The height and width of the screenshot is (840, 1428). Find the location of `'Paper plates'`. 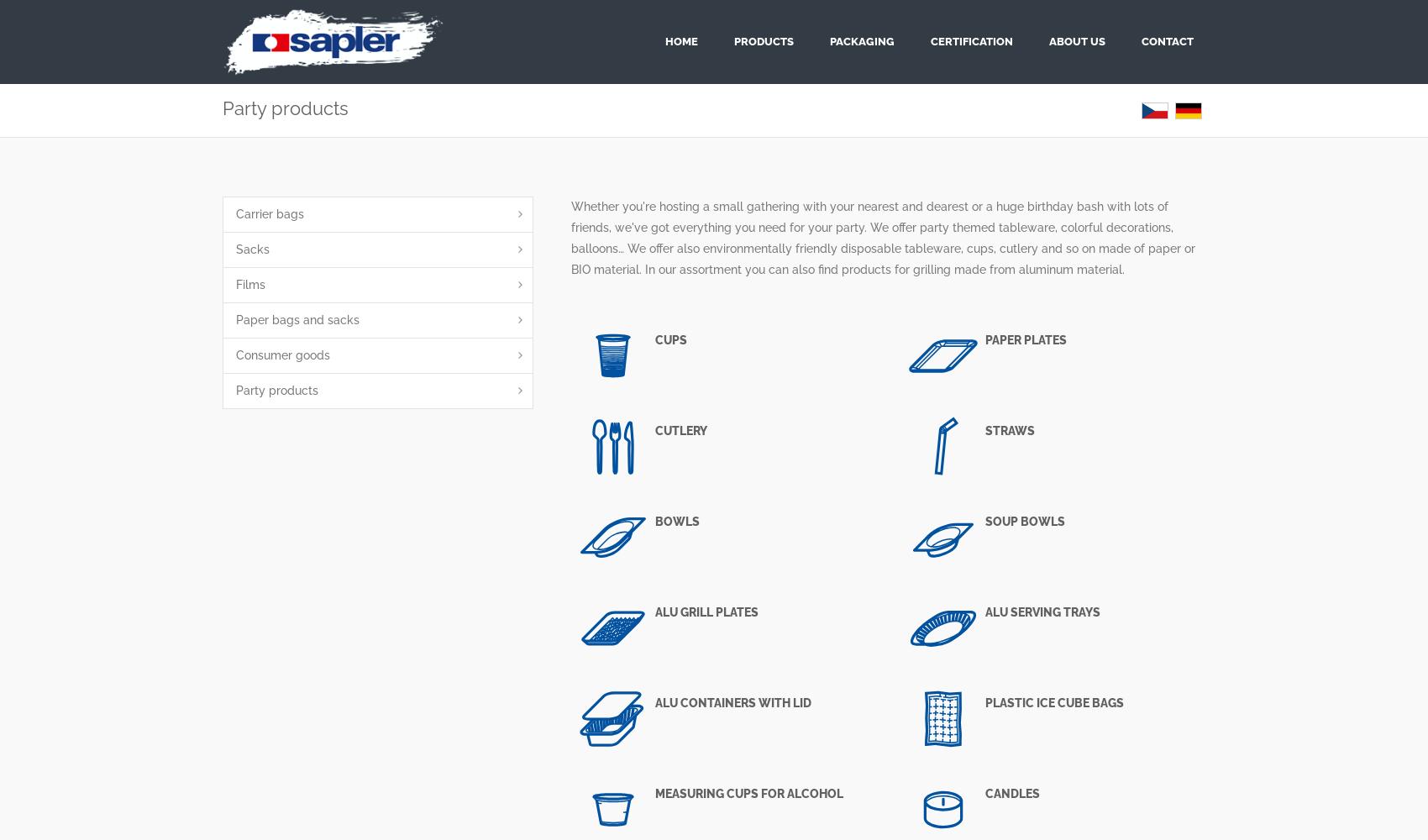

'Paper plates' is located at coordinates (983, 340).